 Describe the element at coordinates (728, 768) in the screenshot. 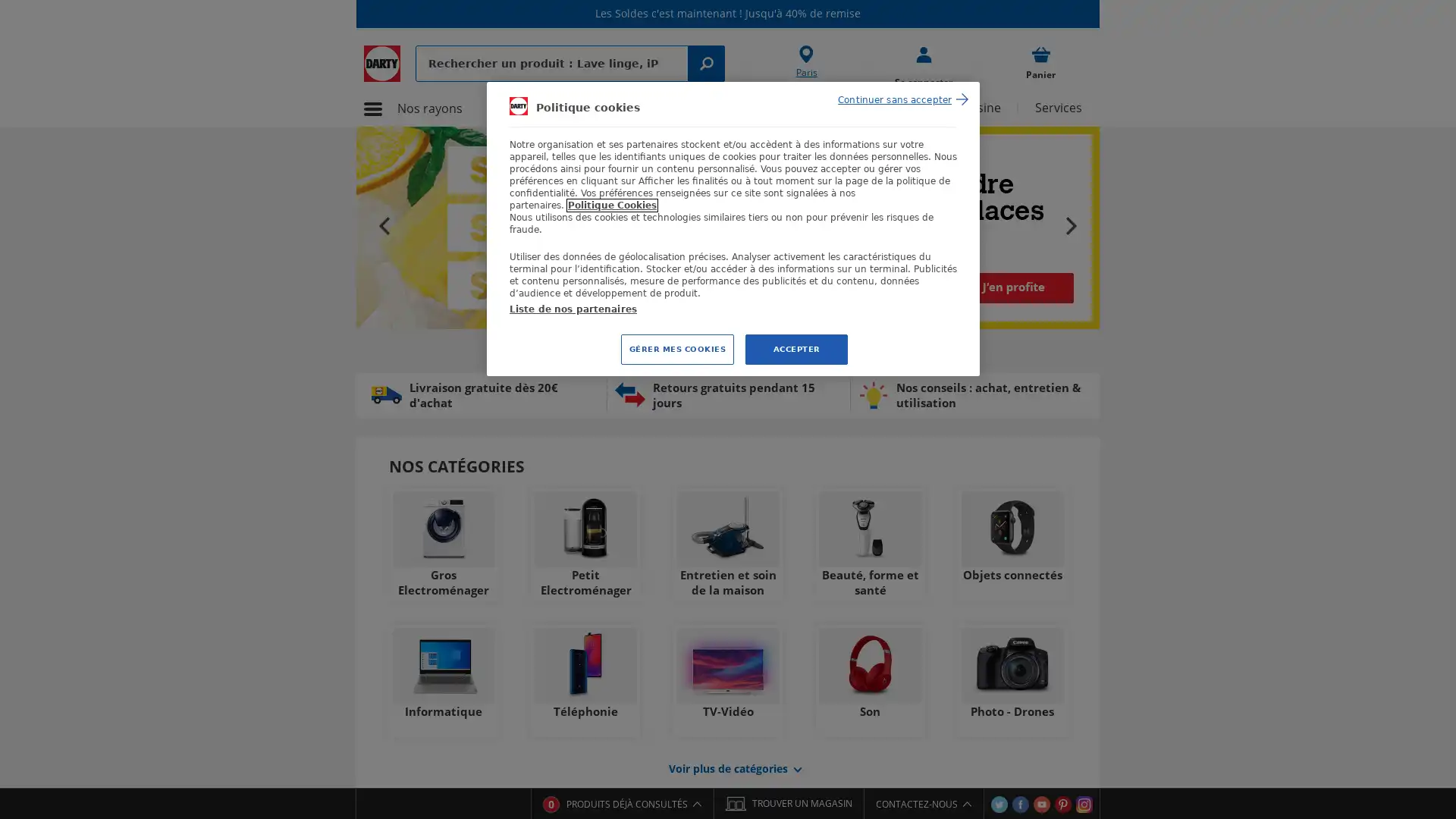

I see `Voir plusde categories` at that location.